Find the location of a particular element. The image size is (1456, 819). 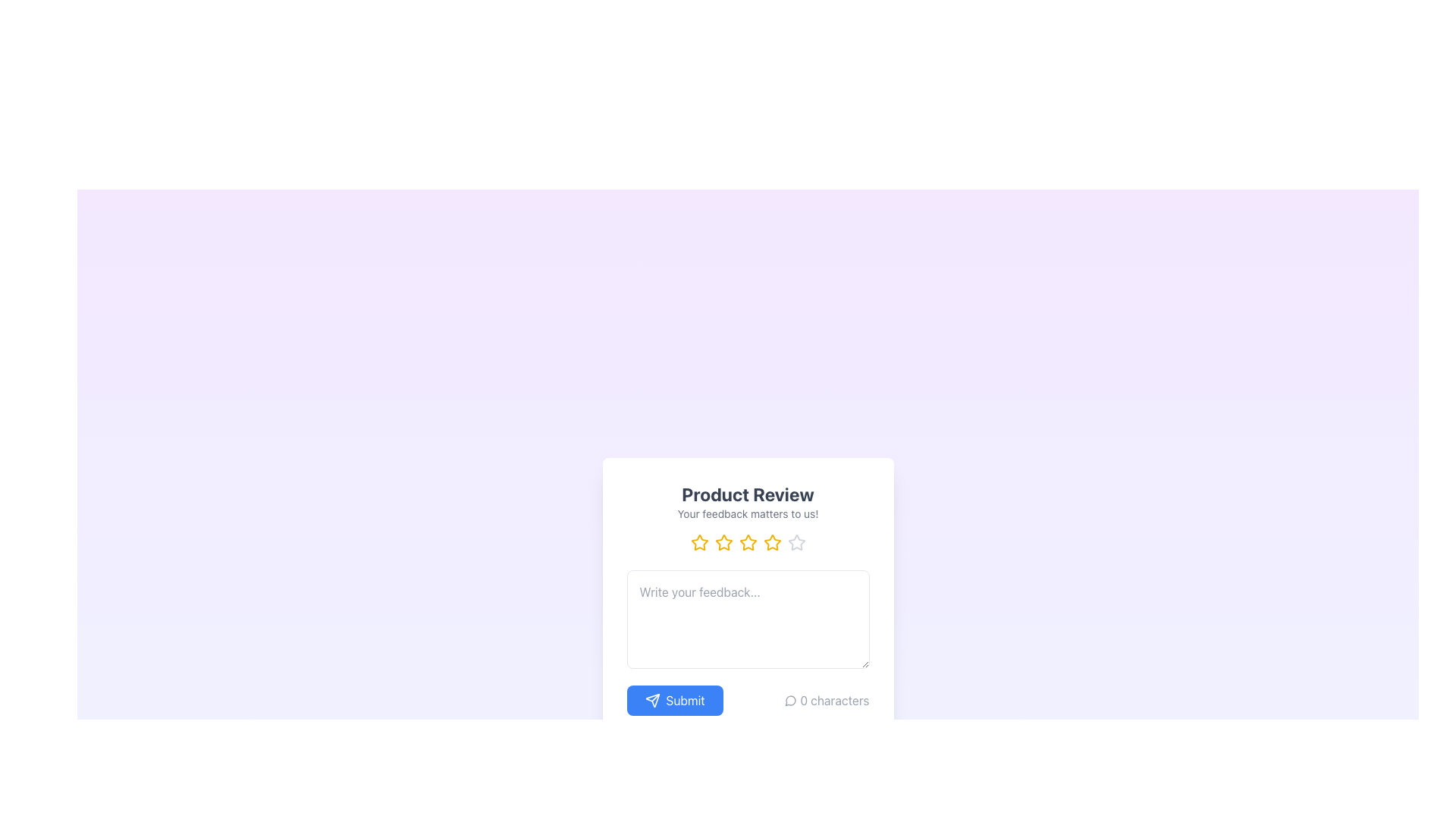

the second star in the rating selection is located at coordinates (723, 541).